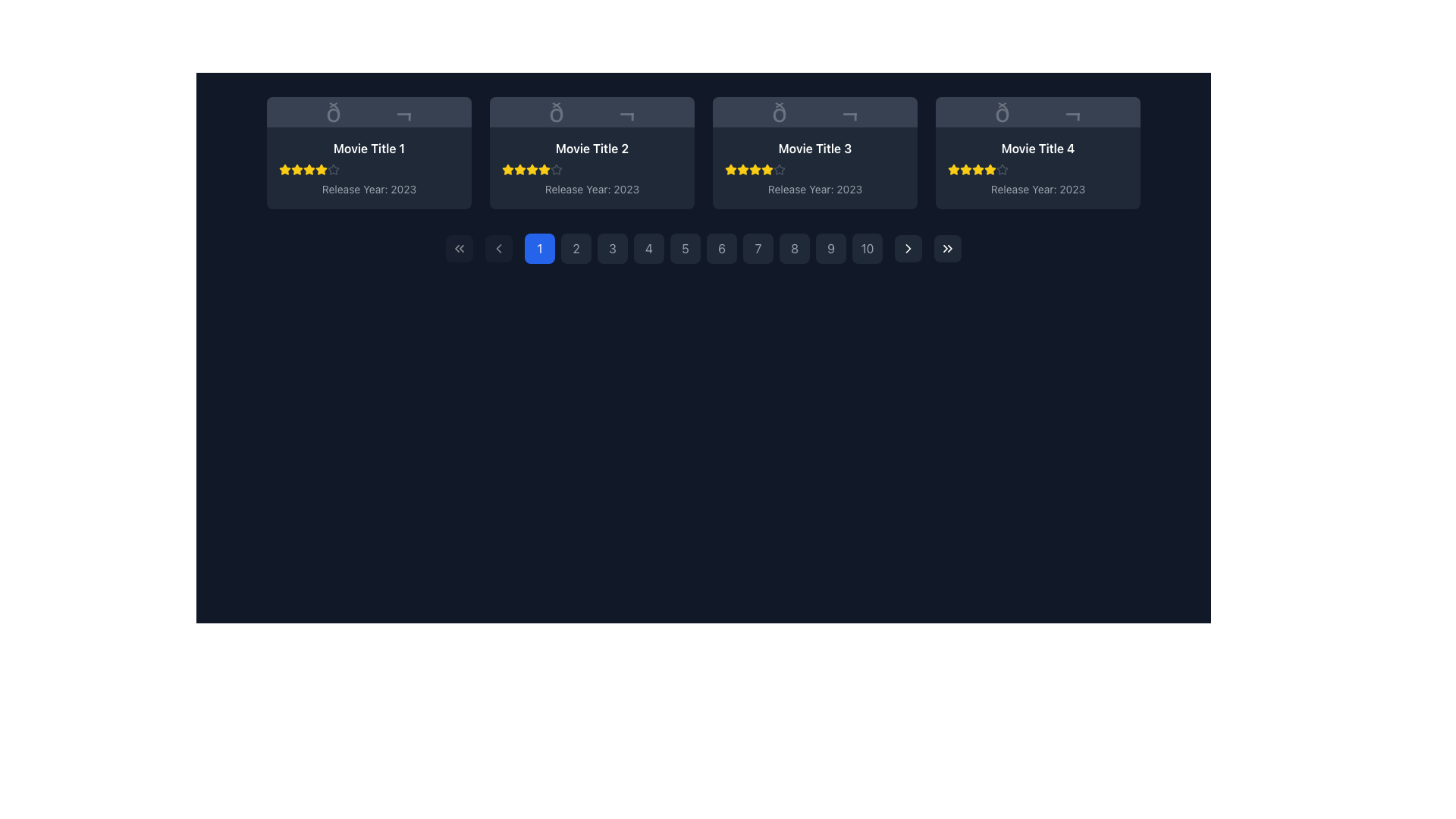 The image size is (1456, 819). What do you see at coordinates (369, 189) in the screenshot?
I see `the static text label indicating the release year of the movie displayed in the first movie card, located beneath 'Movie Title 1' and the star rating` at bounding box center [369, 189].